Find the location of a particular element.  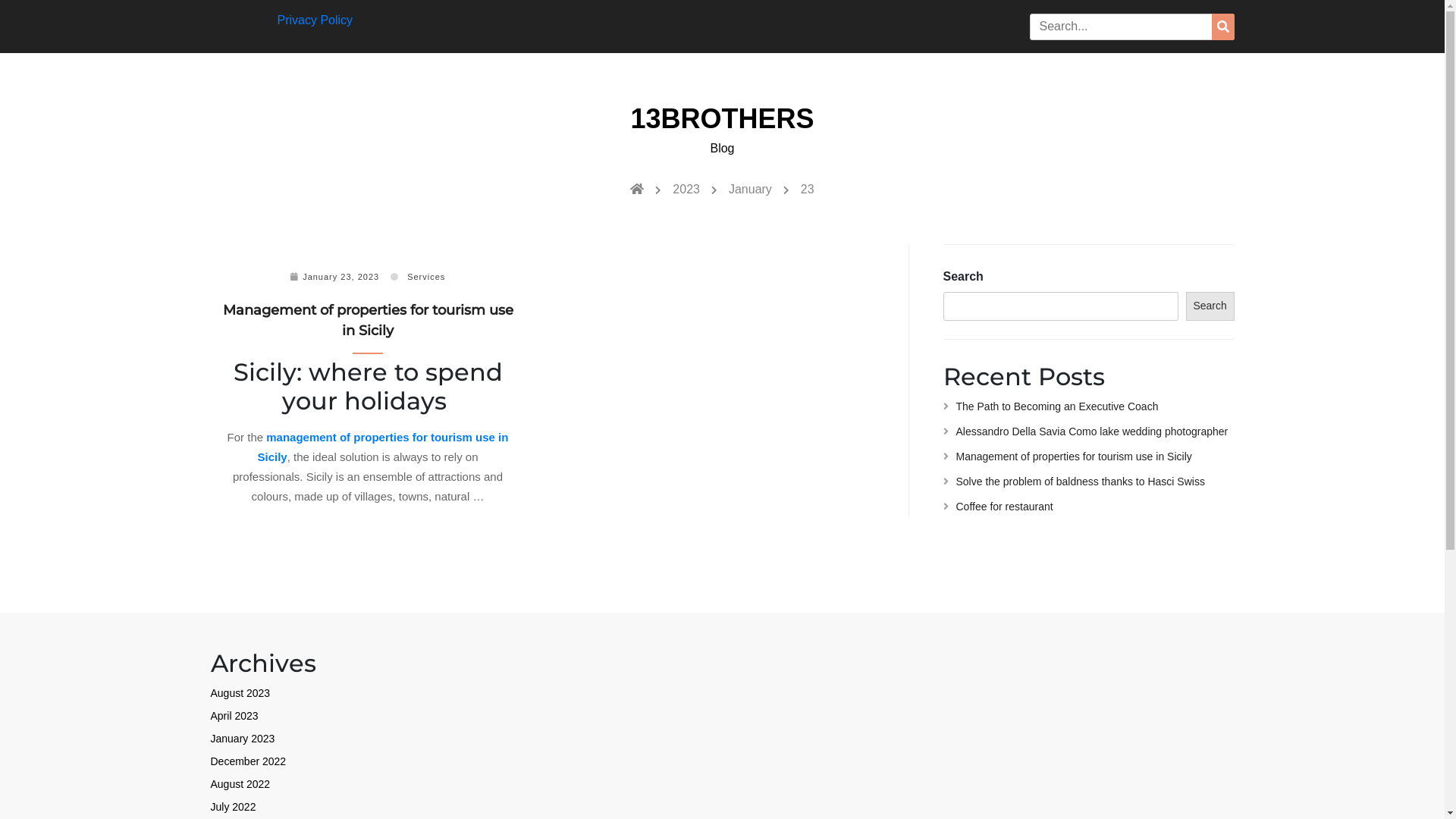

'Search' is located at coordinates (1210, 306).